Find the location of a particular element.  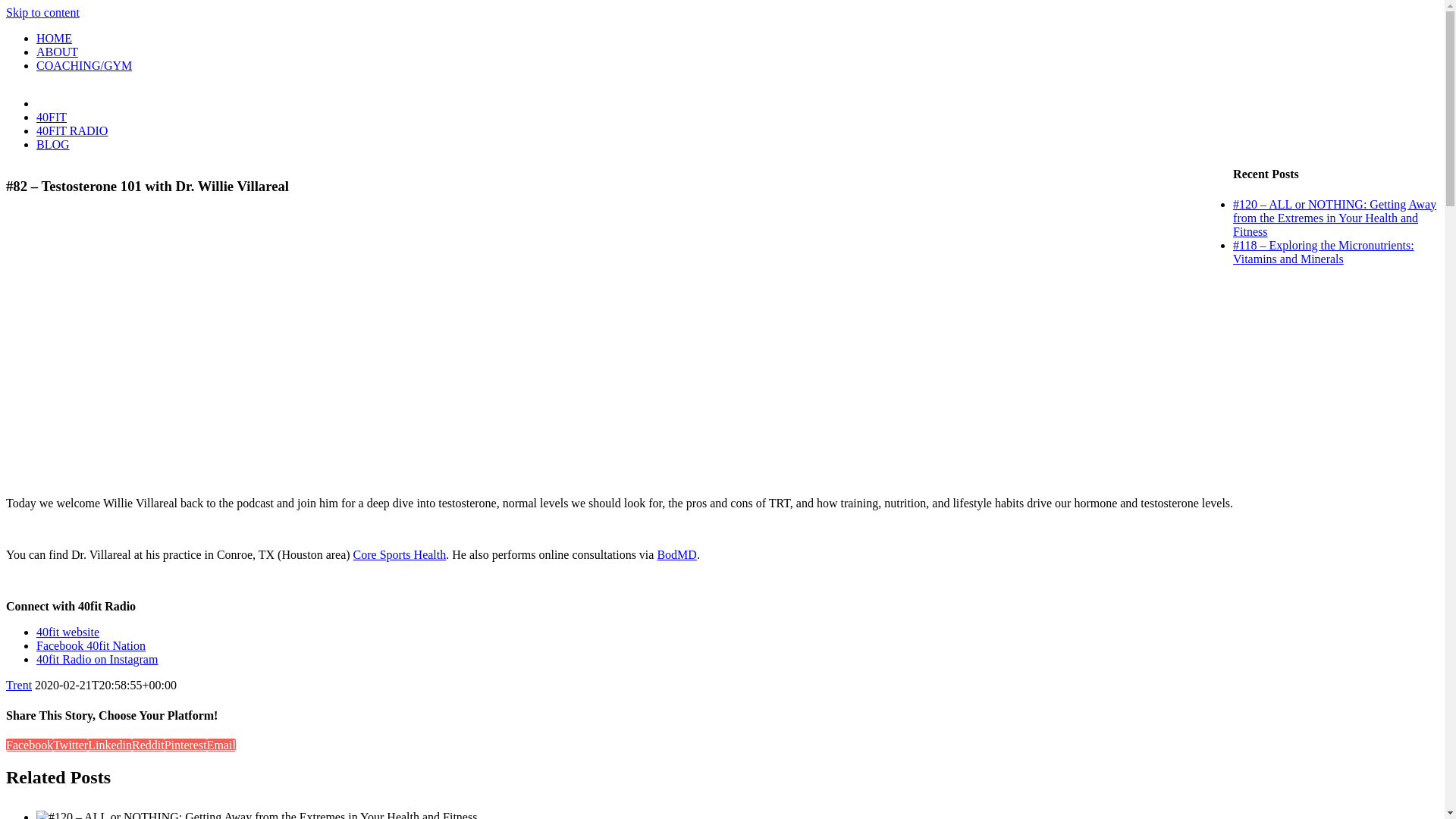

'Core Sports Health' is located at coordinates (400, 554).